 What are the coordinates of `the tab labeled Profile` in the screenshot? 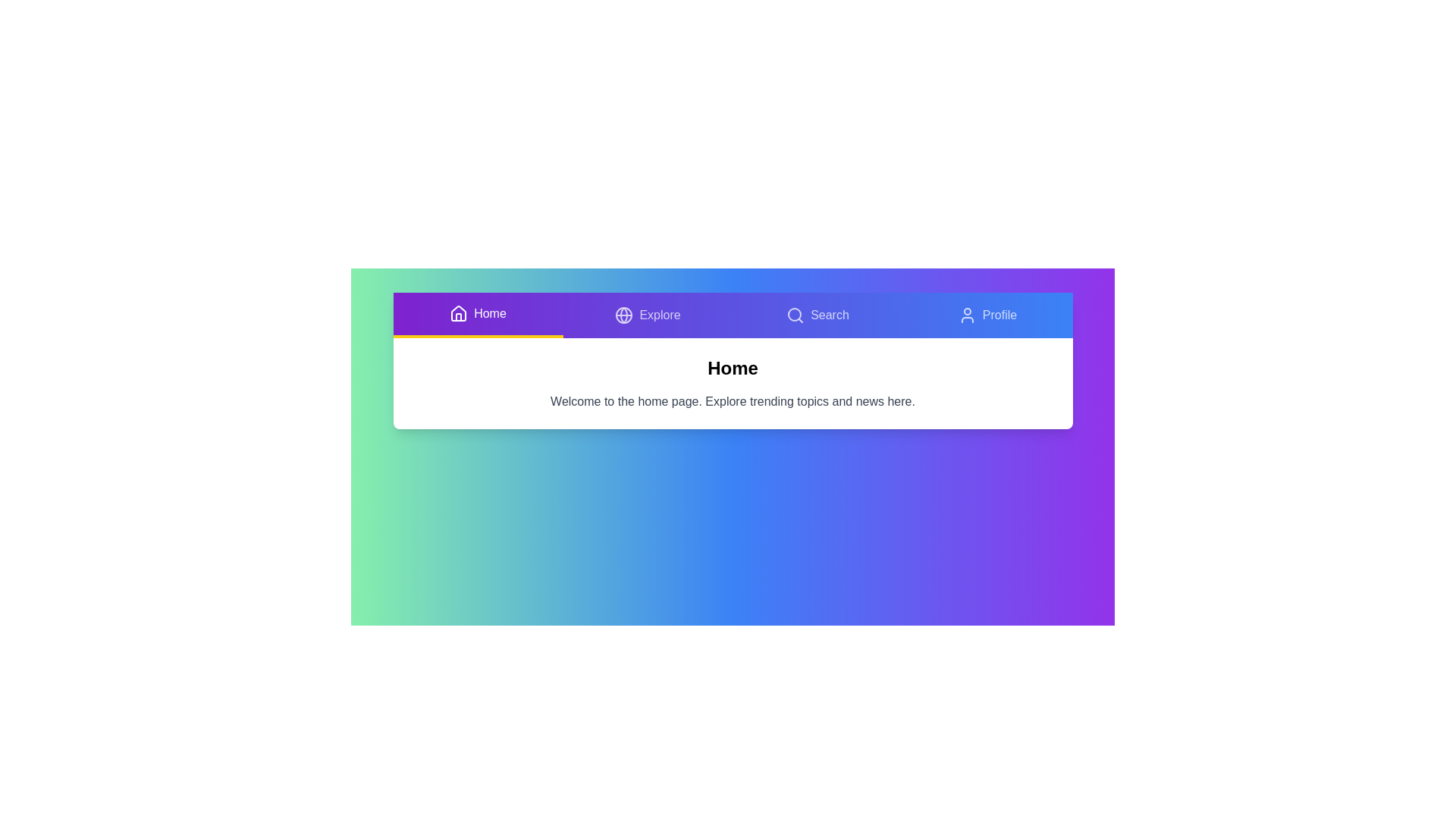 It's located at (987, 315).